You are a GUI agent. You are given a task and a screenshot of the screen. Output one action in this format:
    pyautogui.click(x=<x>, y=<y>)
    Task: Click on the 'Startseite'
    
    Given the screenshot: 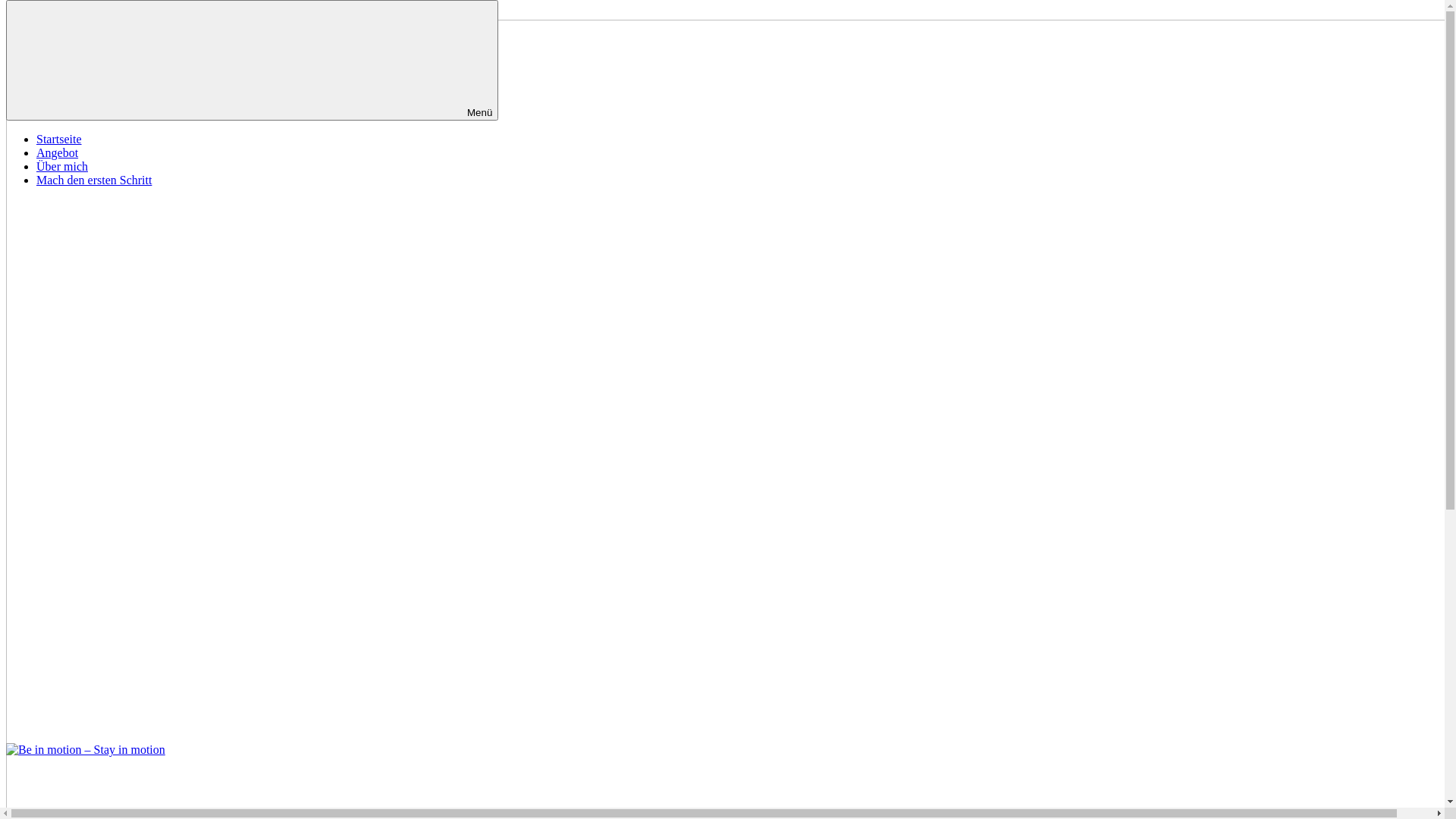 What is the action you would take?
    pyautogui.click(x=36, y=139)
    